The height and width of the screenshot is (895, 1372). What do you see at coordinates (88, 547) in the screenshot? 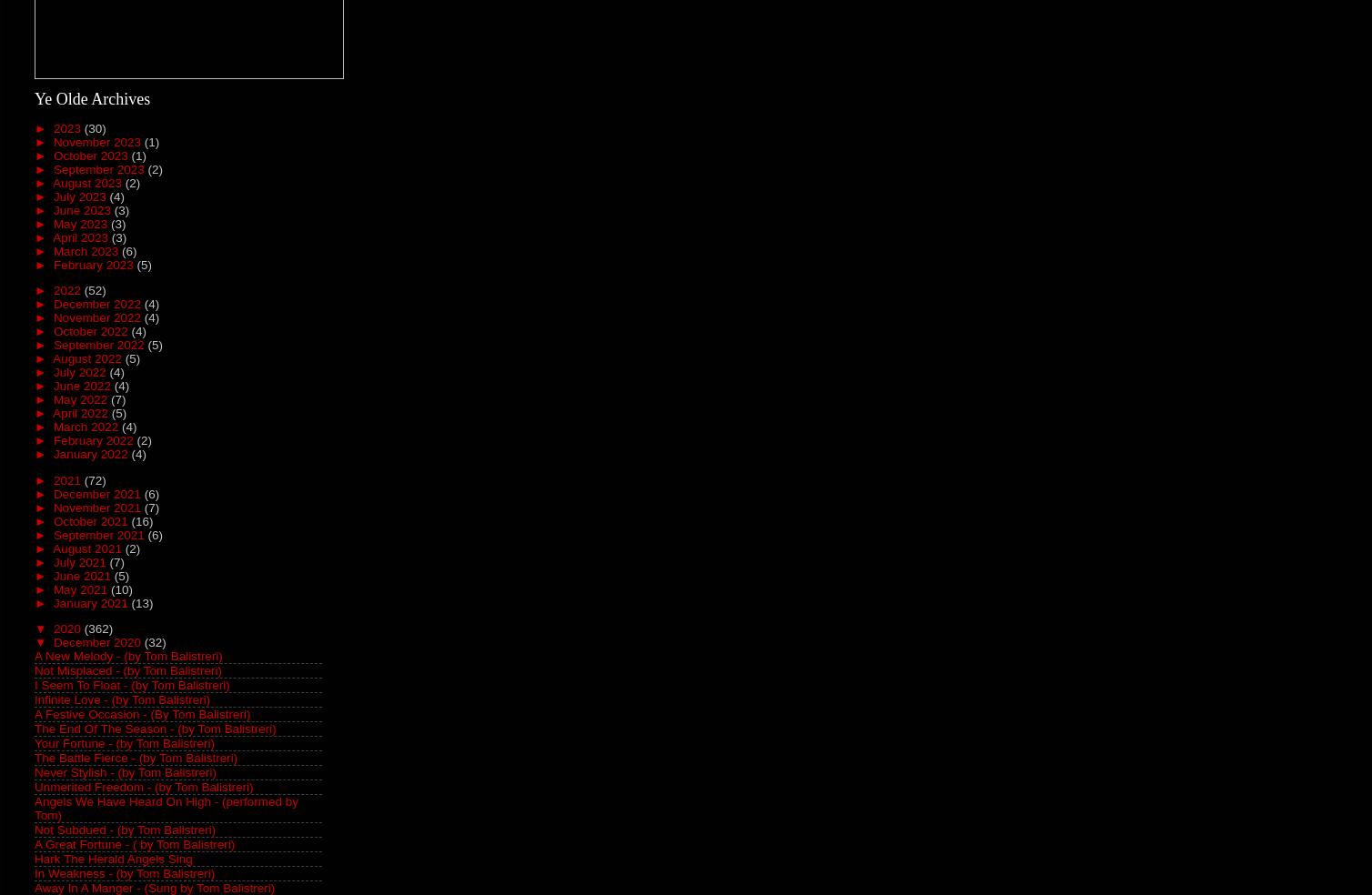
I see `'August 2021'` at bounding box center [88, 547].